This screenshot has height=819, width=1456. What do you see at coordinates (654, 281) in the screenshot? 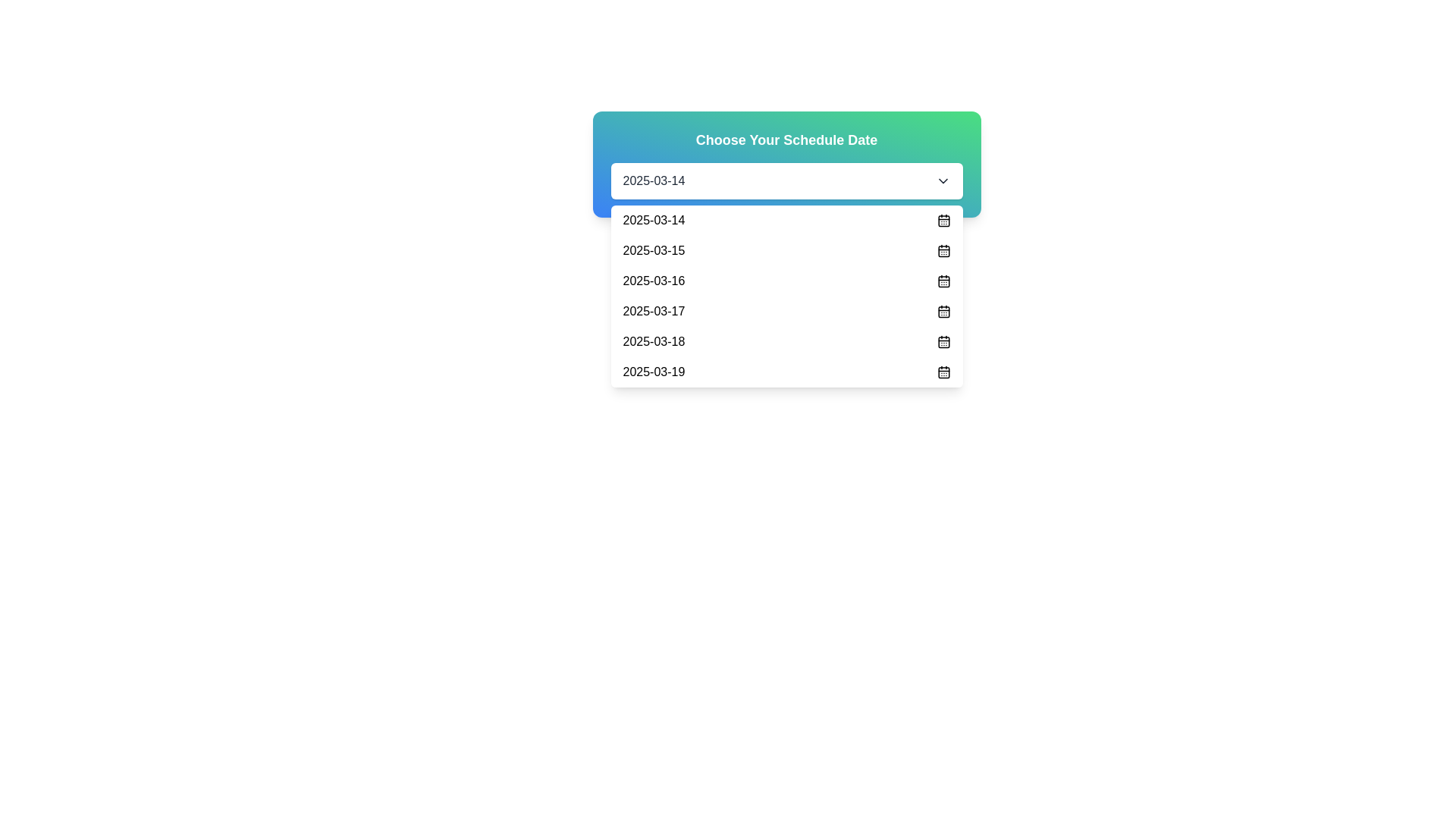
I see `the static text element displaying the date '2025-03-16' in the dropdown list` at bounding box center [654, 281].